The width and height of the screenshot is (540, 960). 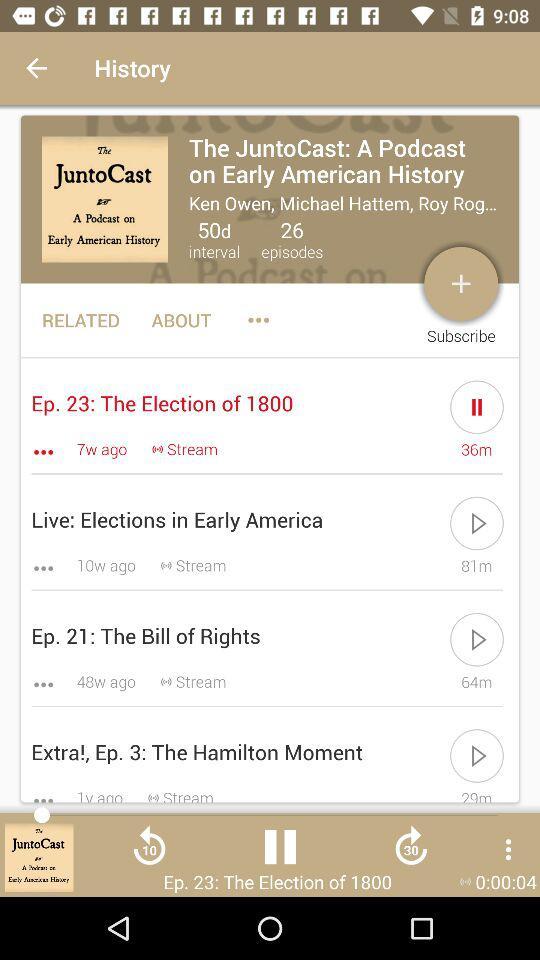 I want to click on the pause icon, so click(x=279, y=853).